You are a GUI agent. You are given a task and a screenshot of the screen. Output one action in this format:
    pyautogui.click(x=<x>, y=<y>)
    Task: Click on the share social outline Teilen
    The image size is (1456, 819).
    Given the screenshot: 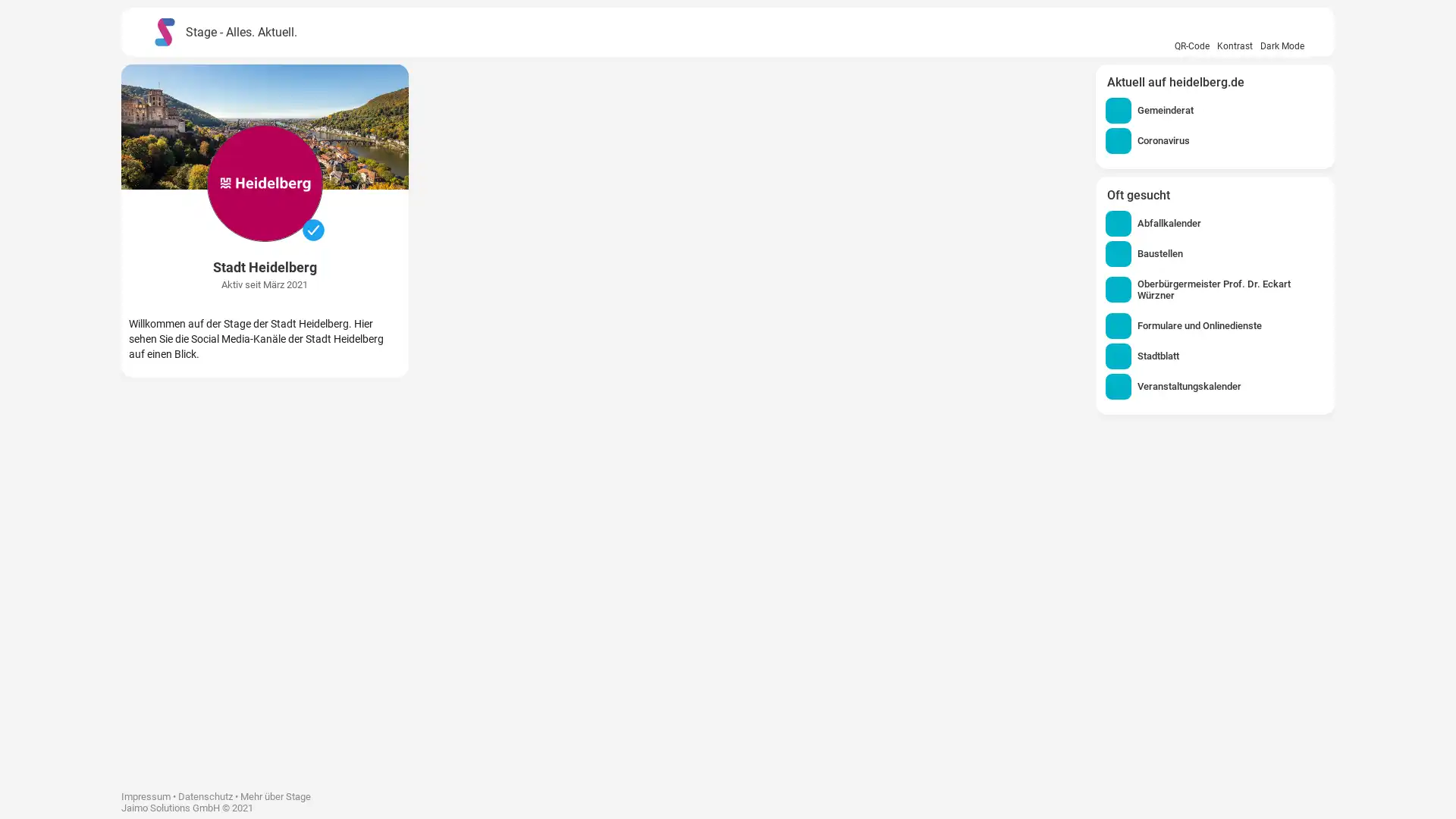 What is the action you would take?
    pyautogui.click(x=573, y=651)
    